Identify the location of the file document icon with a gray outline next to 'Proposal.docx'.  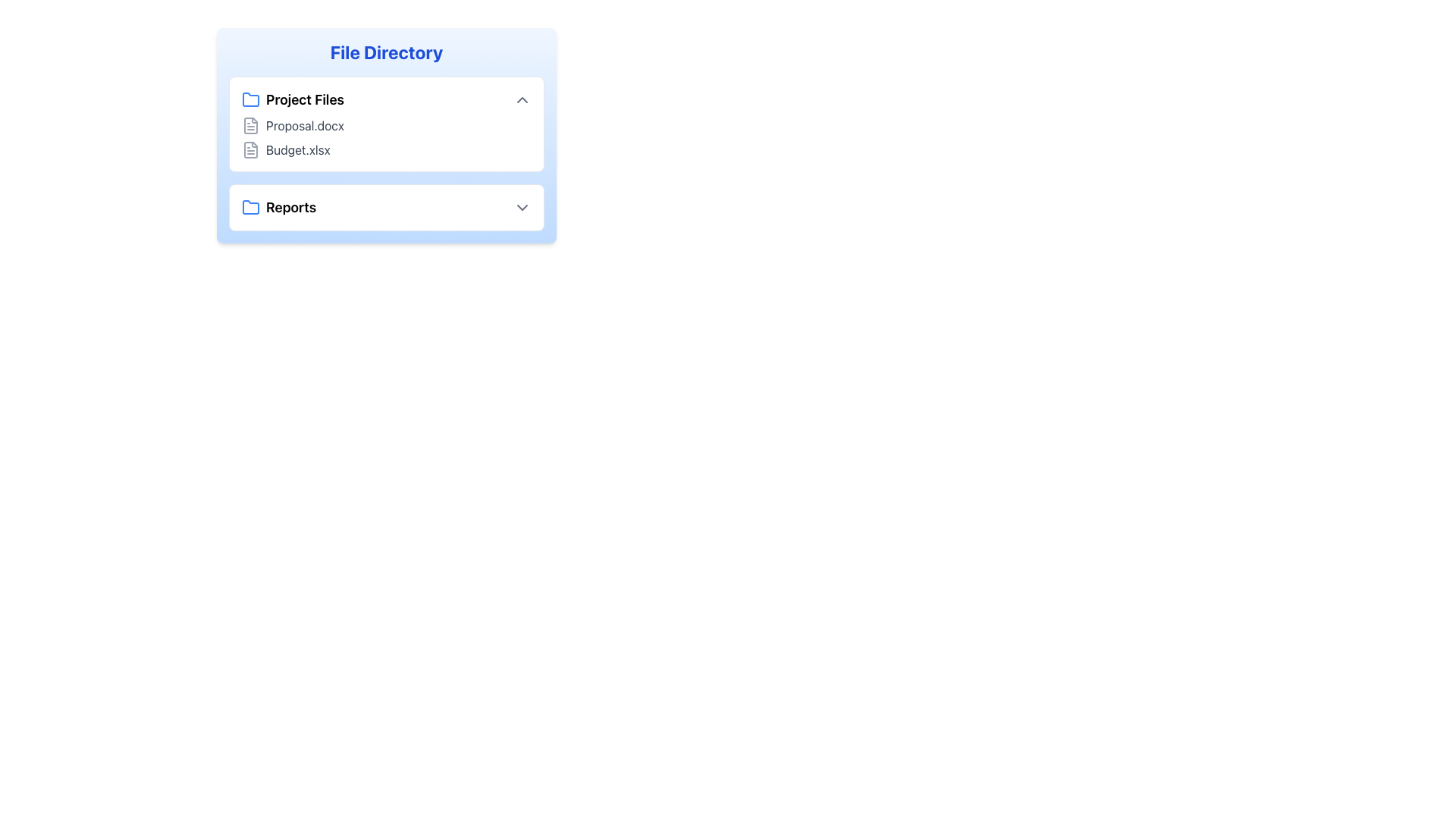
(251, 124).